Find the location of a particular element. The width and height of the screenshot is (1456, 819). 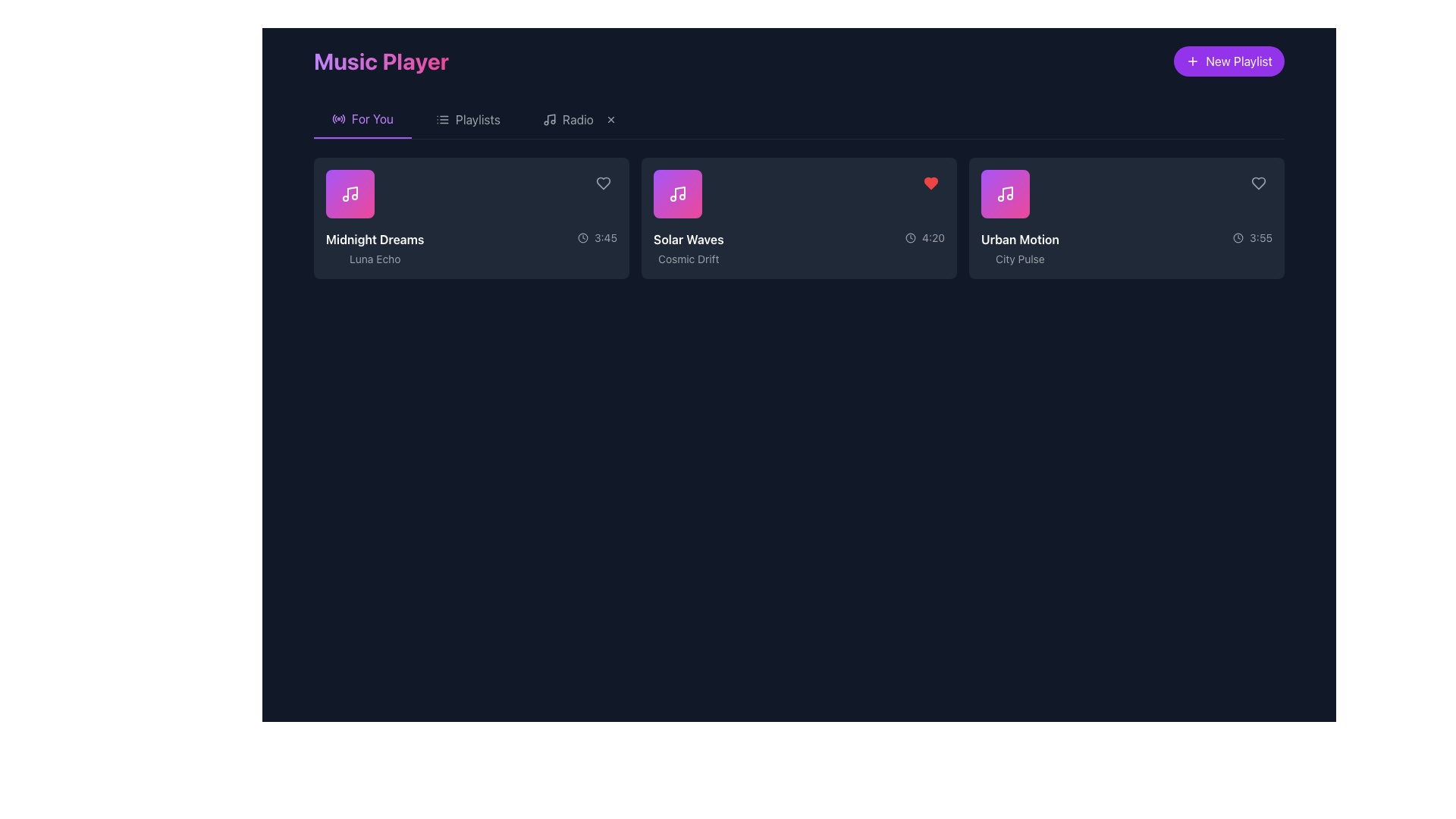

the text label displaying the duration '3:45', which is accompanied by a clock icon on its left, located on the bottom-right part of the 'Midnight Dreams' music item is located at coordinates (596, 237).